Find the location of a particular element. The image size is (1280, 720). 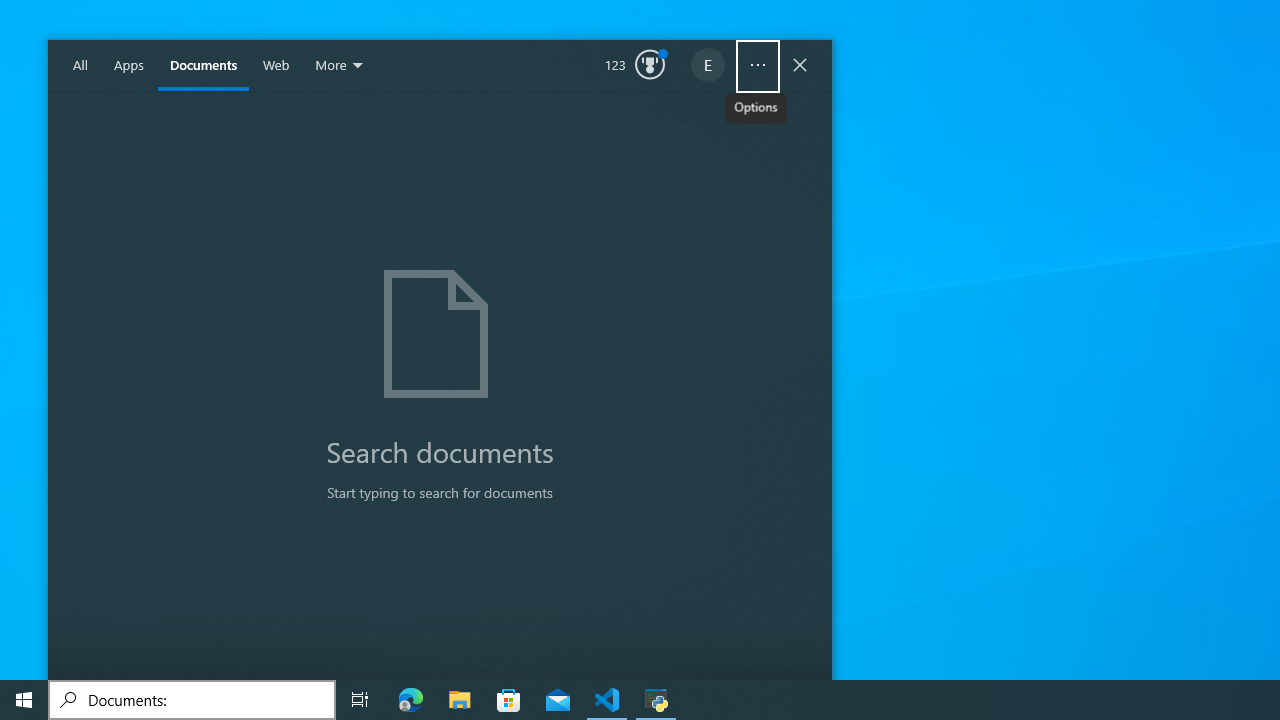

'Apps' is located at coordinates (128, 65).